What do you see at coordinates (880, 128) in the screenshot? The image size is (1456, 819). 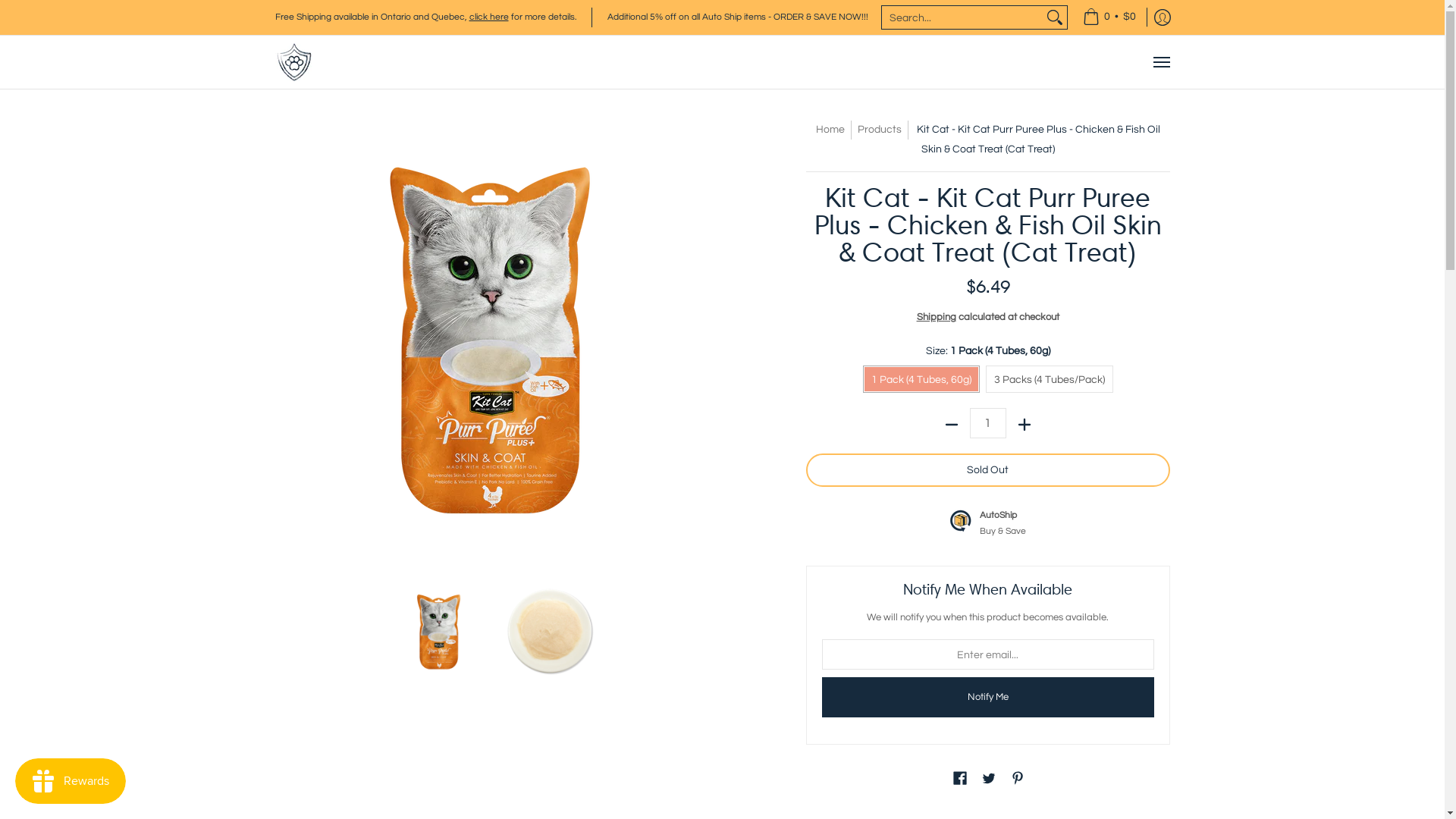 I see `'Products'` at bounding box center [880, 128].